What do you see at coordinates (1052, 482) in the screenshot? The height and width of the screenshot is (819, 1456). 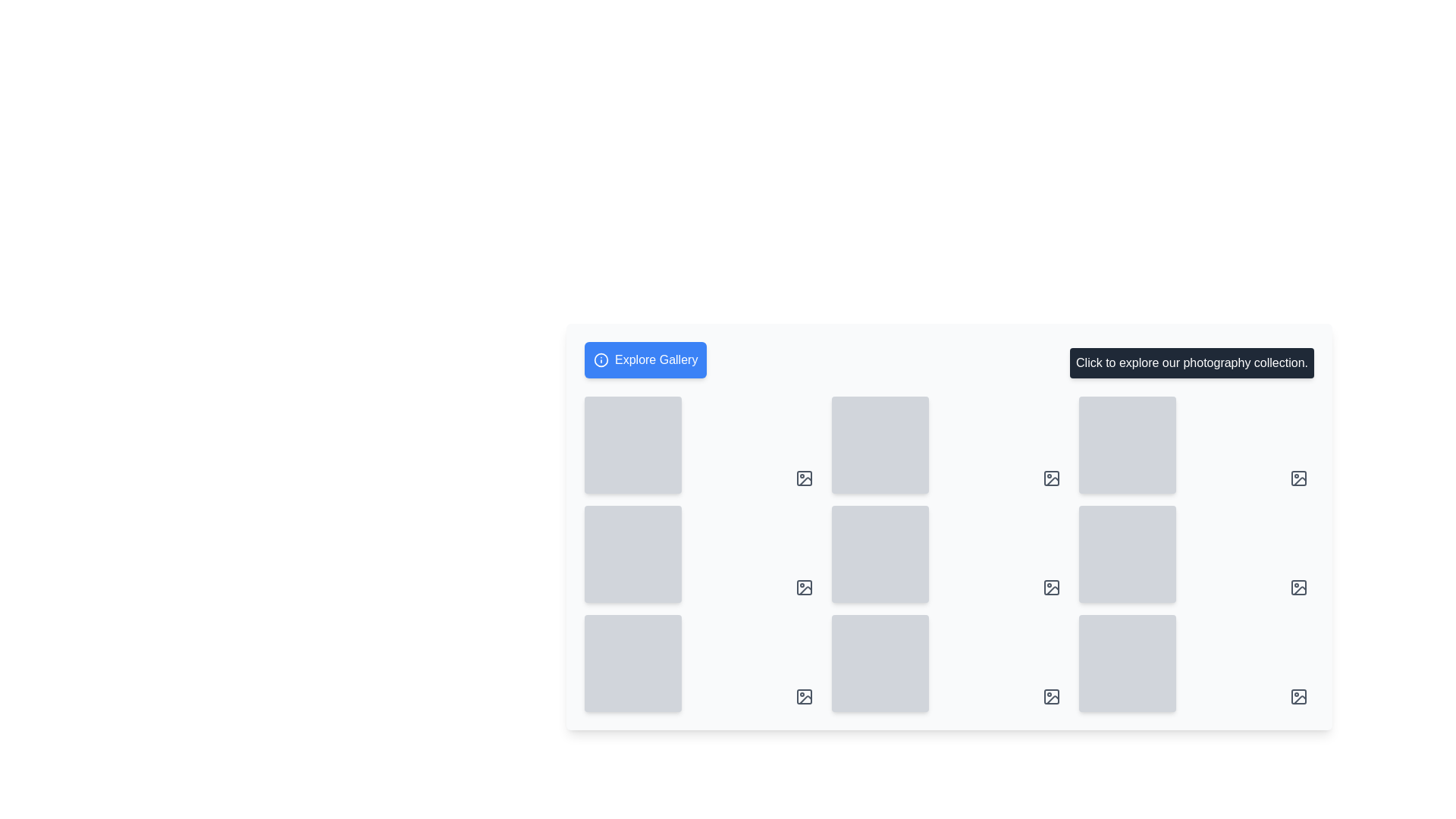 I see `the diagonal line element of the icon located in the bottom-right corner of the square in the grid layout` at bounding box center [1052, 482].